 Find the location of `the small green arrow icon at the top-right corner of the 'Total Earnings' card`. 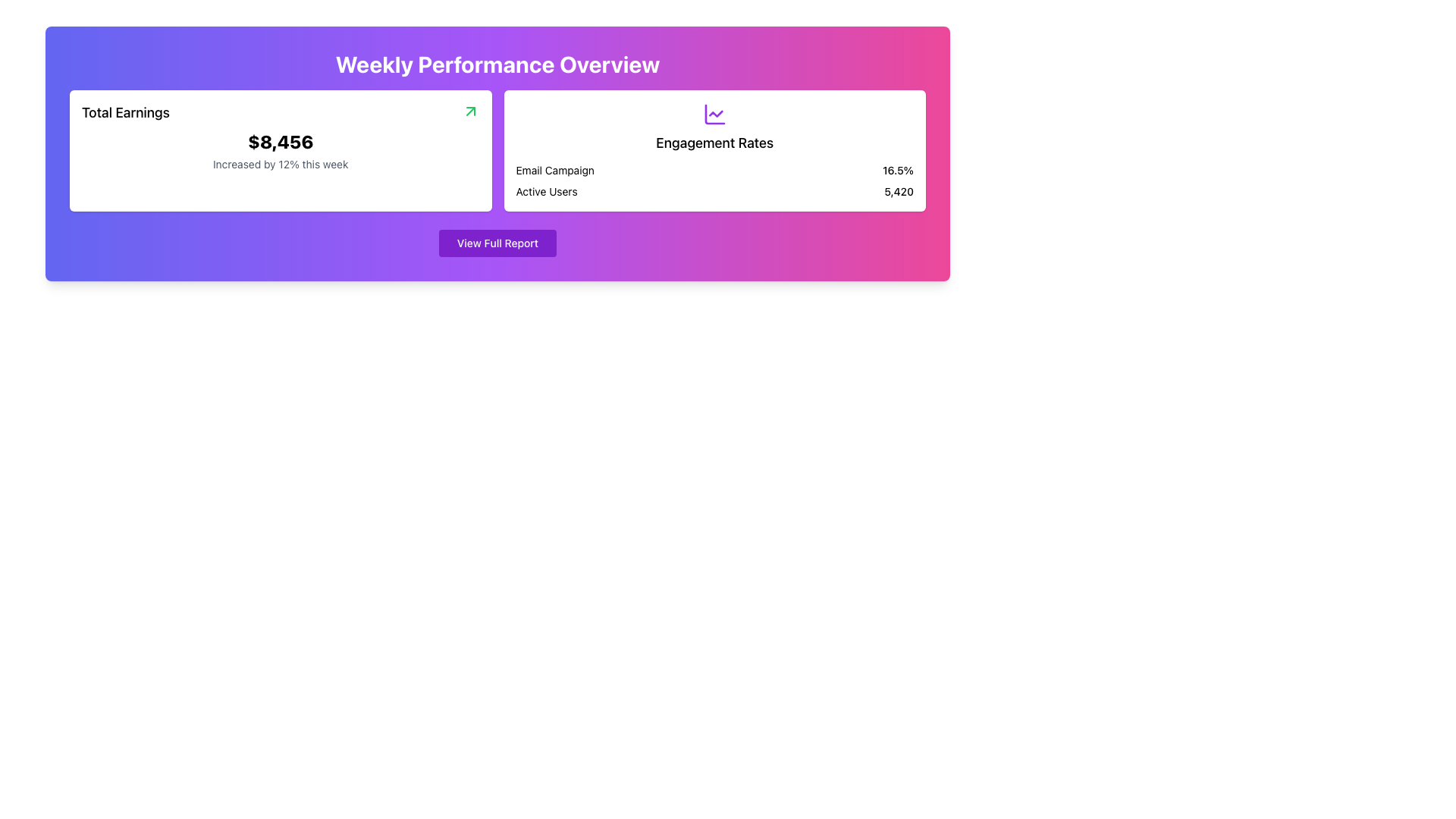

the small green arrow icon at the top-right corner of the 'Total Earnings' card is located at coordinates (469, 110).